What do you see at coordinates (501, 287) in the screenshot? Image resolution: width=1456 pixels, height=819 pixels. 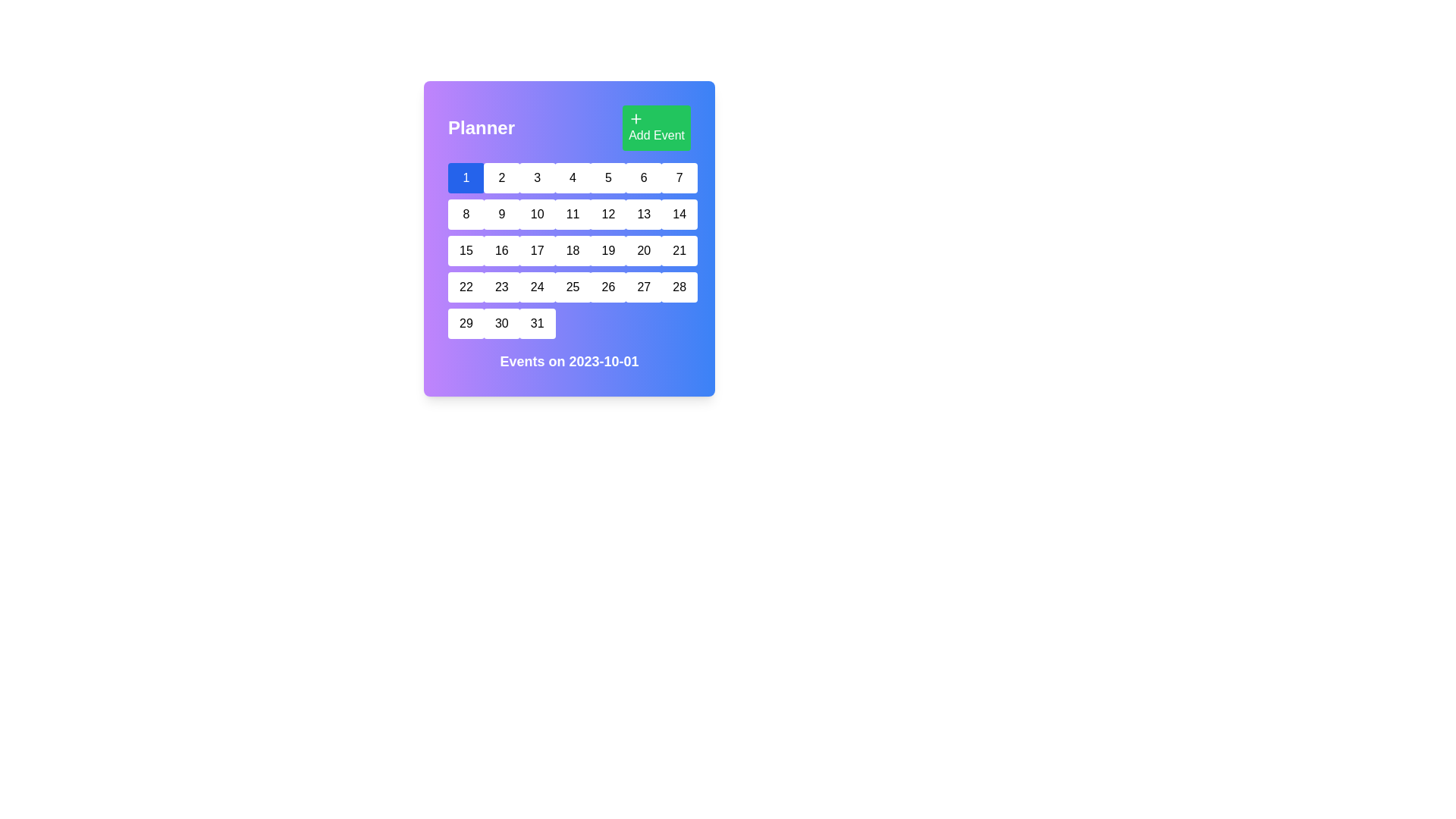 I see `the calendar button representing the 23rd day of the month` at bounding box center [501, 287].